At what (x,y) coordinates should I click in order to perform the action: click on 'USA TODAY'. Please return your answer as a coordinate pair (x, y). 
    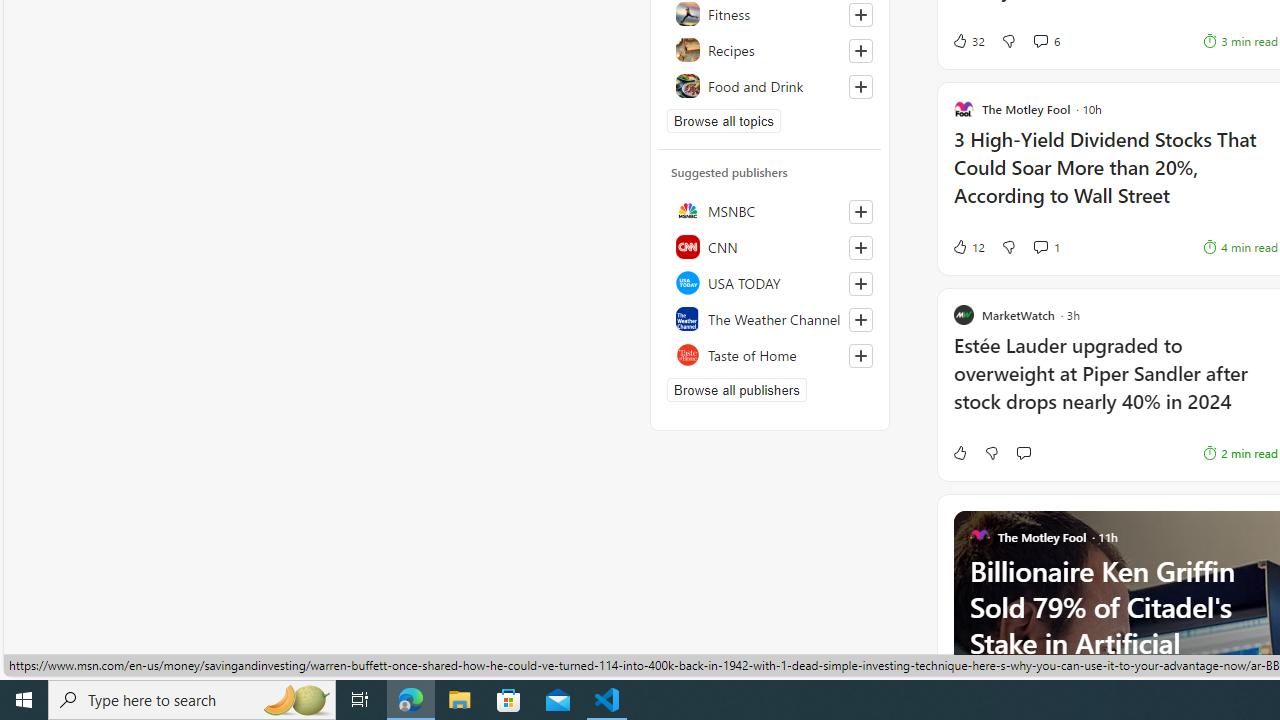
    Looking at the image, I should click on (769, 282).